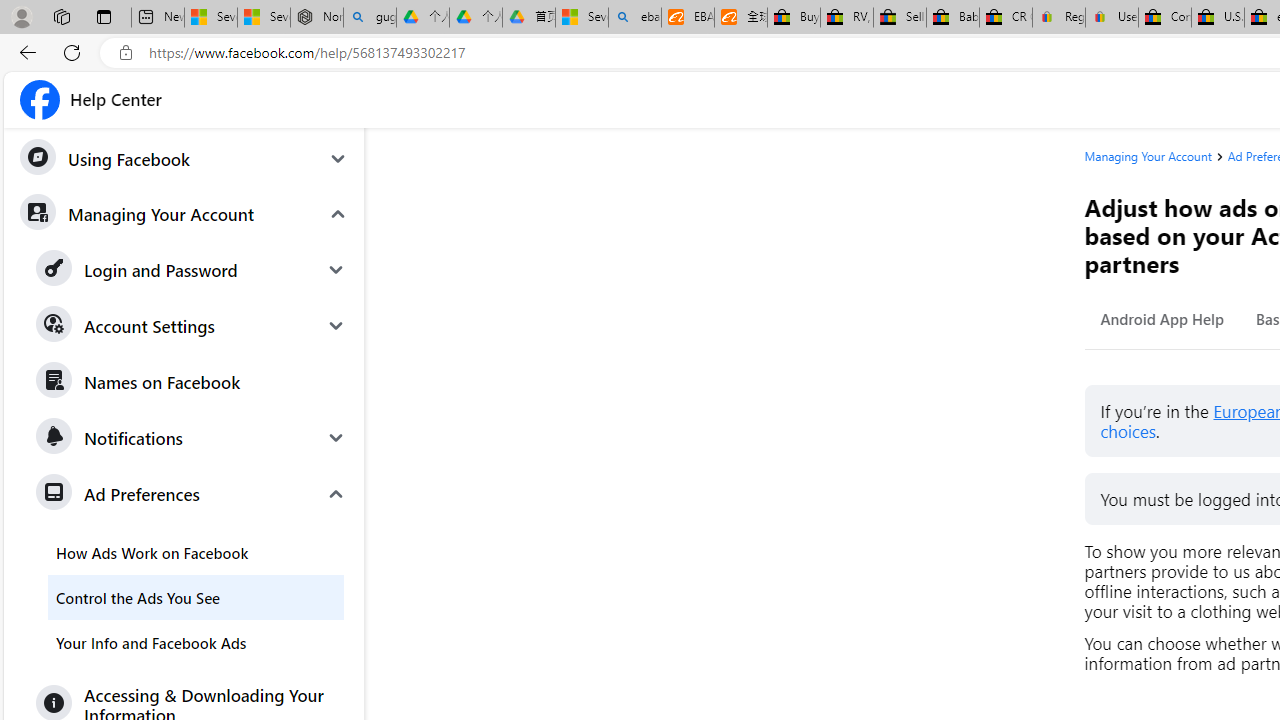 The height and width of the screenshot is (720, 1280). Describe the element at coordinates (1110, 17) in the screenshot. I see `'User Privacy Notice | eBay'` at that location.